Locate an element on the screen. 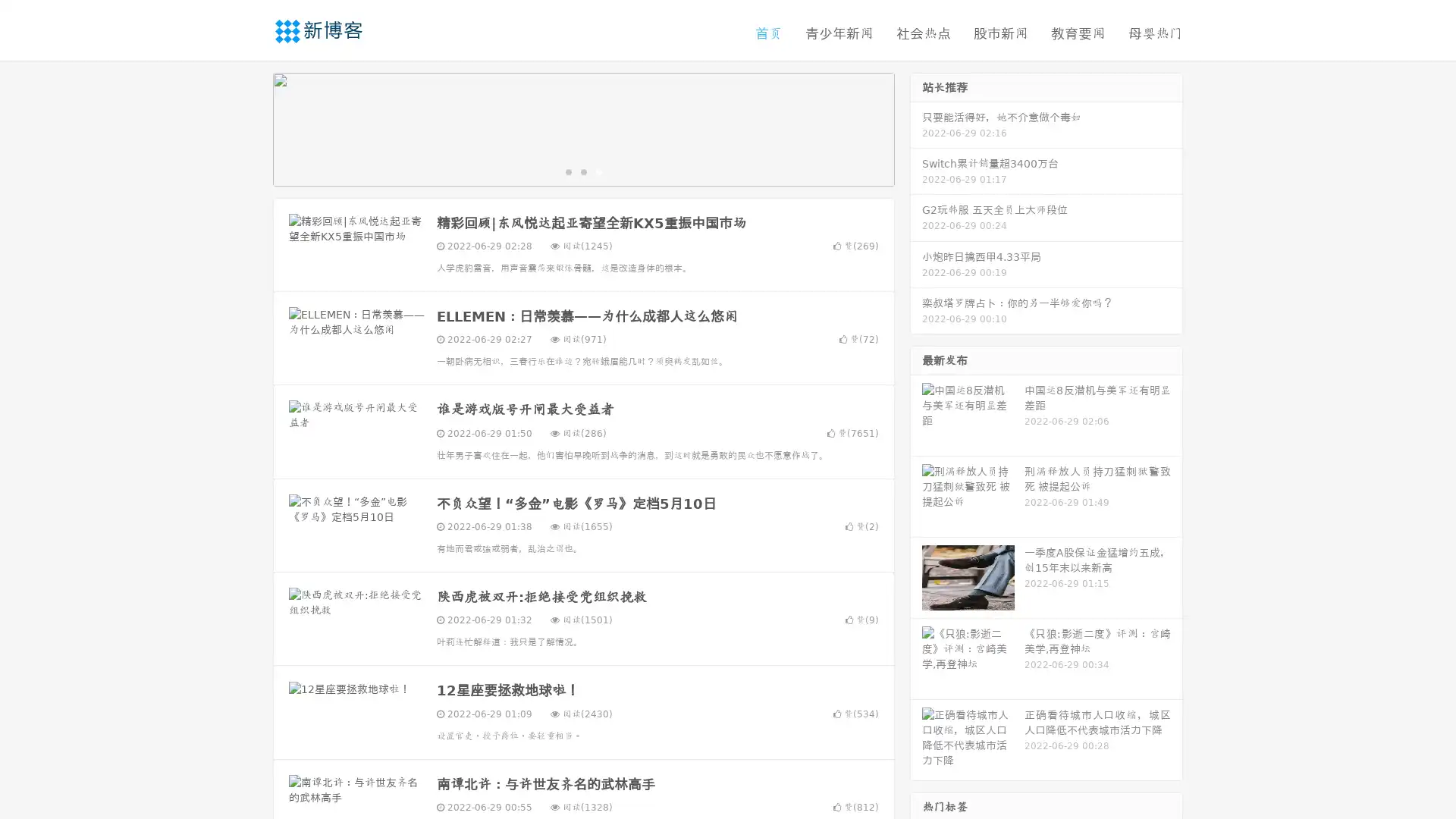 Image resolution: width=1456 pixels, height=819 pixels. Previous slide is located at coordinates (250, 127).